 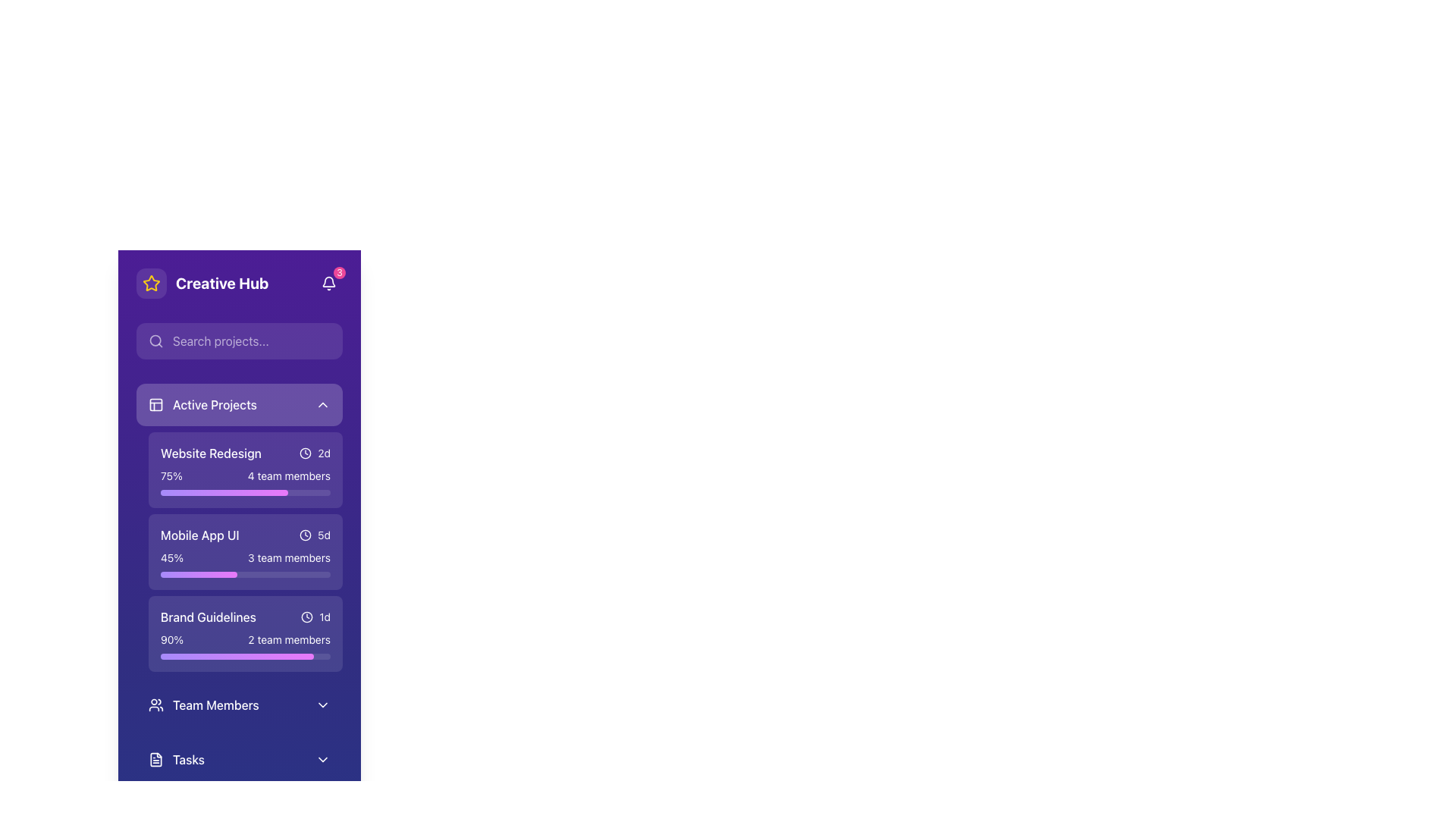 I want to click on the star icon located at the top left of the purple sidebar, which represents a highlight or favorite feature, to make it visually prominent, so click(x=152, y=284).